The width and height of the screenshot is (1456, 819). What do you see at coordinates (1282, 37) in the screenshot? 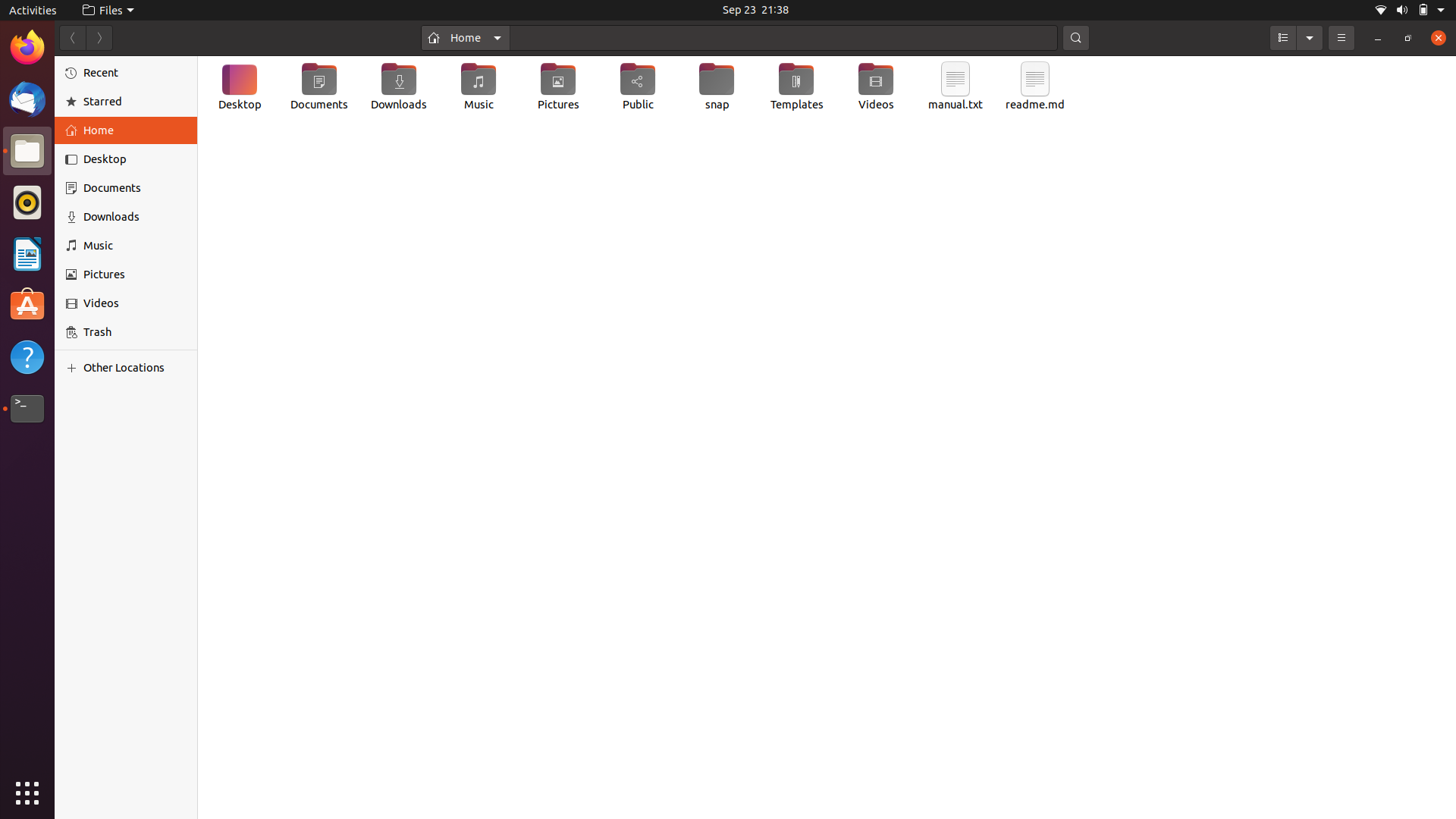
I see `Switch to the "List View` at bounding box center [1282, 37].